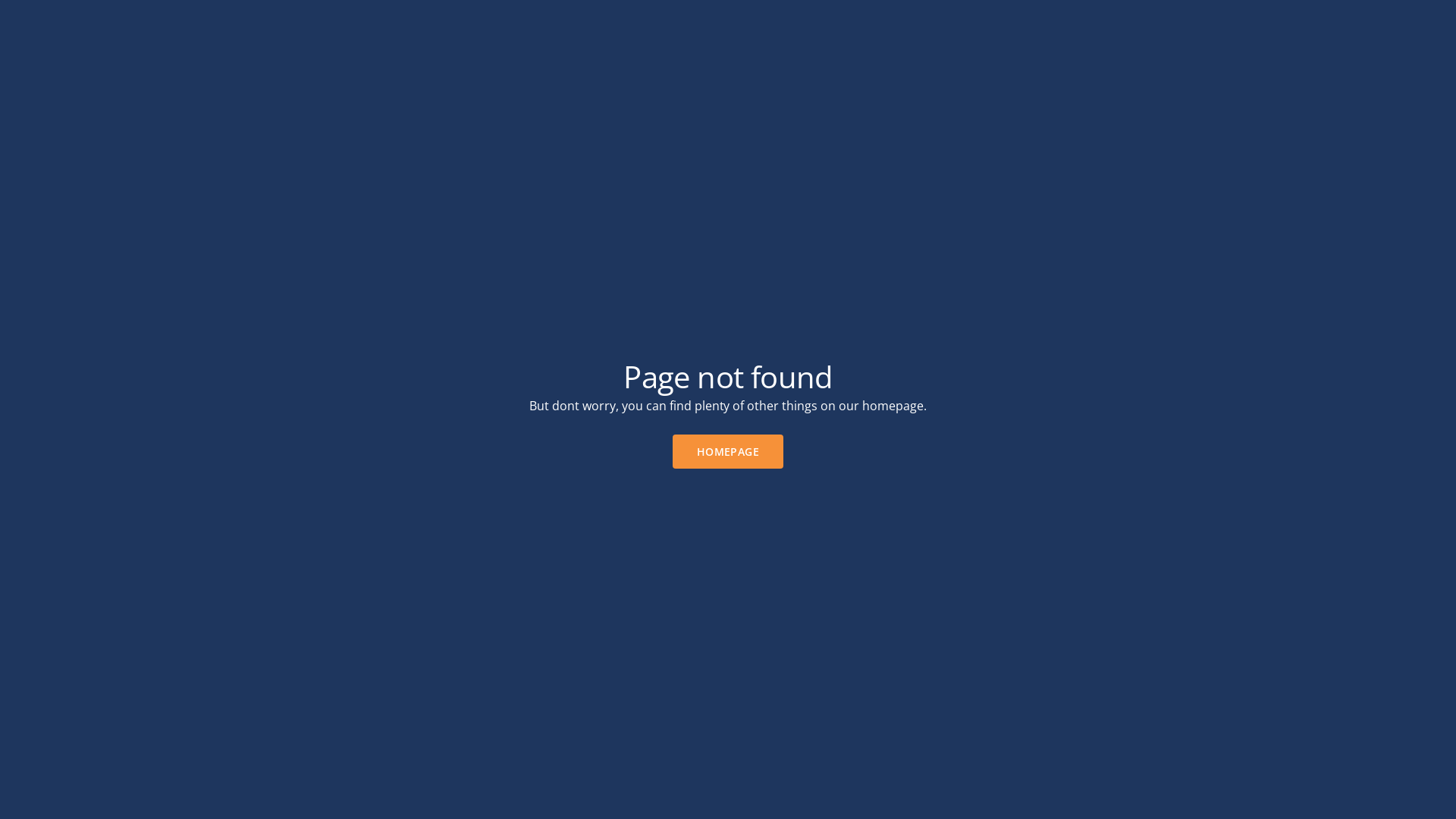 The height and width of the screenshot is (819, 1456). Describe the element at coordinates (728, 450) in the screenshot. I see `'HOMEPAGE'` at that location.